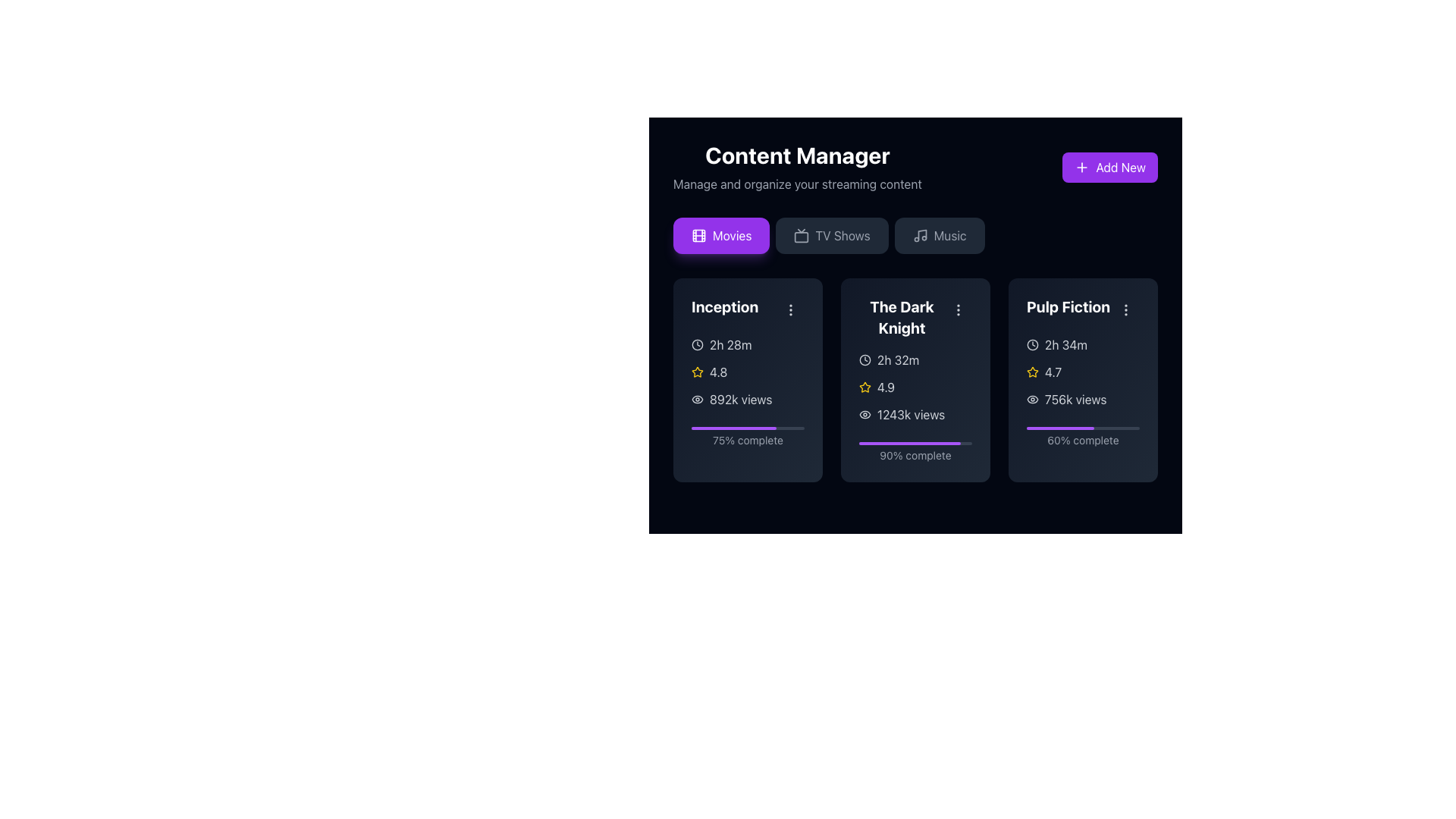 This screenshot has height=819, width=1456. Describe the element at coordinates (697, 345) in the screenshot. I see `the small circular clock icon with a dark background and light-colored strokes, located to the left of the '2h 28m' text in the 'Inception' card` at that location.